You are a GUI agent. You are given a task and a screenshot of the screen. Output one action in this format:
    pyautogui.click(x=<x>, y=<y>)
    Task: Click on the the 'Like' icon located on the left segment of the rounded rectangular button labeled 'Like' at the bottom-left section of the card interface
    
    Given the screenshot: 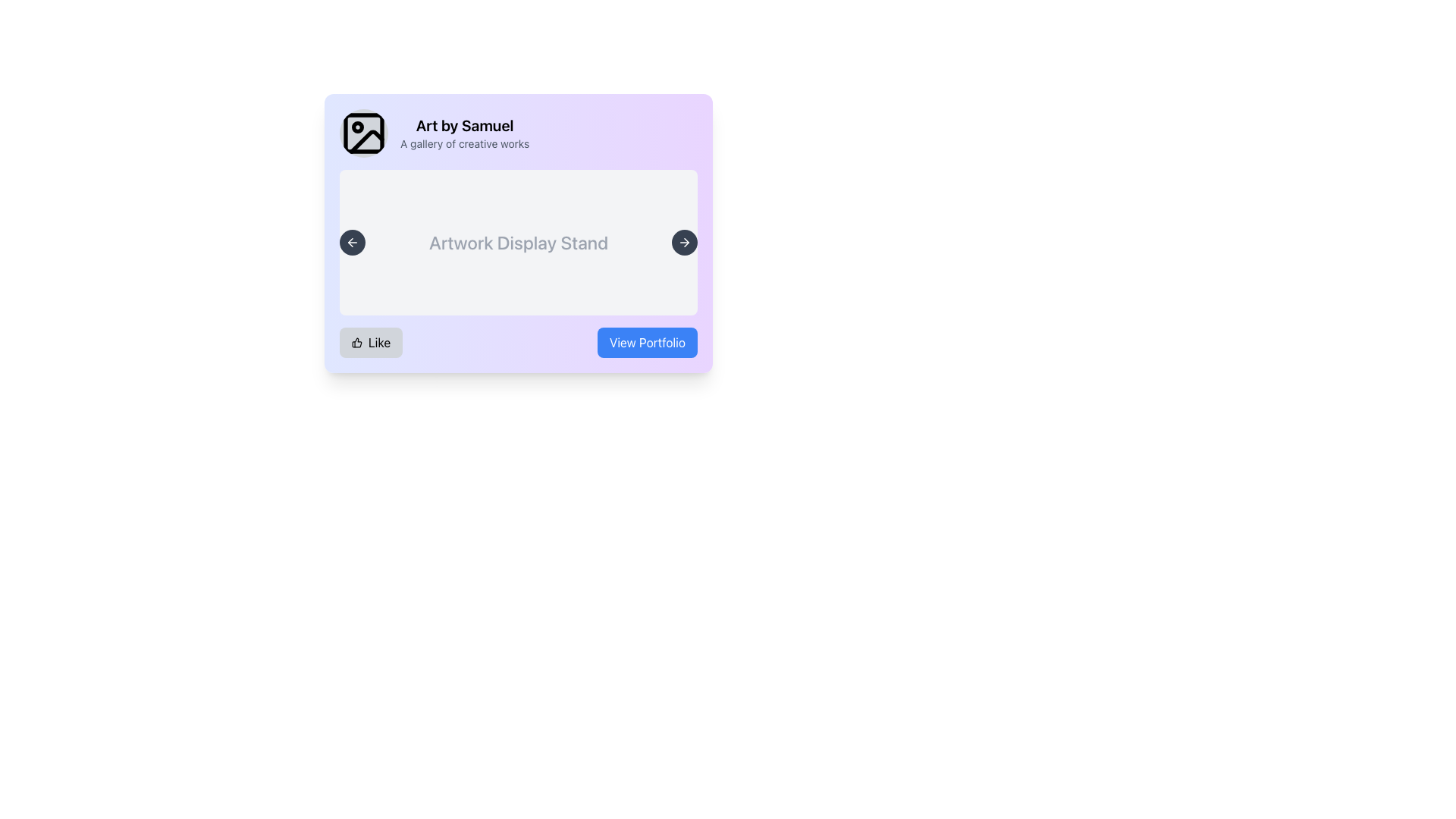 What is the action you would take?
    pyautogui.click(x=356, y=342)
    